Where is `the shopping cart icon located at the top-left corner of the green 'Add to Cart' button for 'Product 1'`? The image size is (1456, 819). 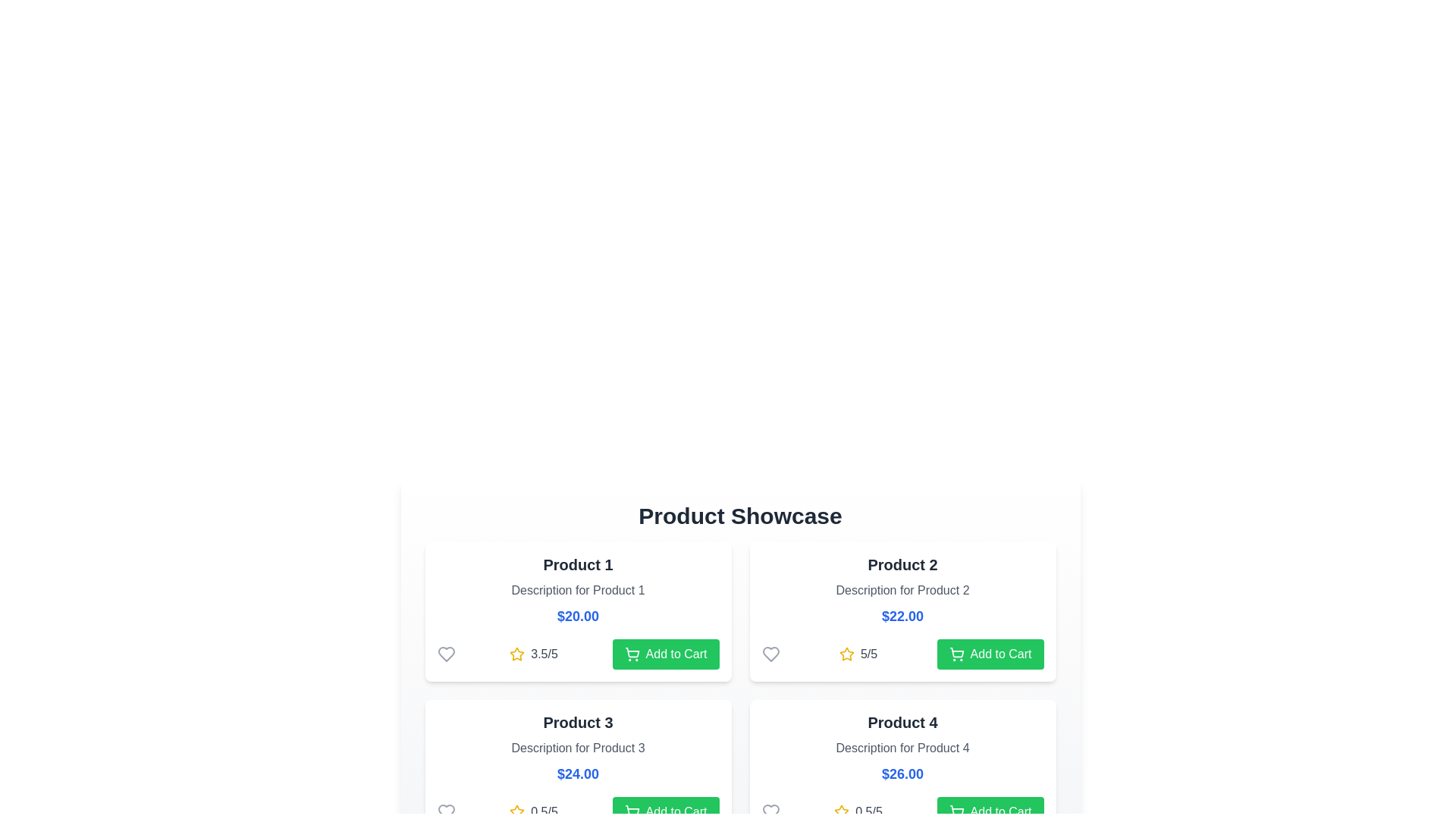 the shopping cart icon located at the top-left corner of the green 'Add to Cart' button for 'Product 1' is located at coordinates (632, 654).